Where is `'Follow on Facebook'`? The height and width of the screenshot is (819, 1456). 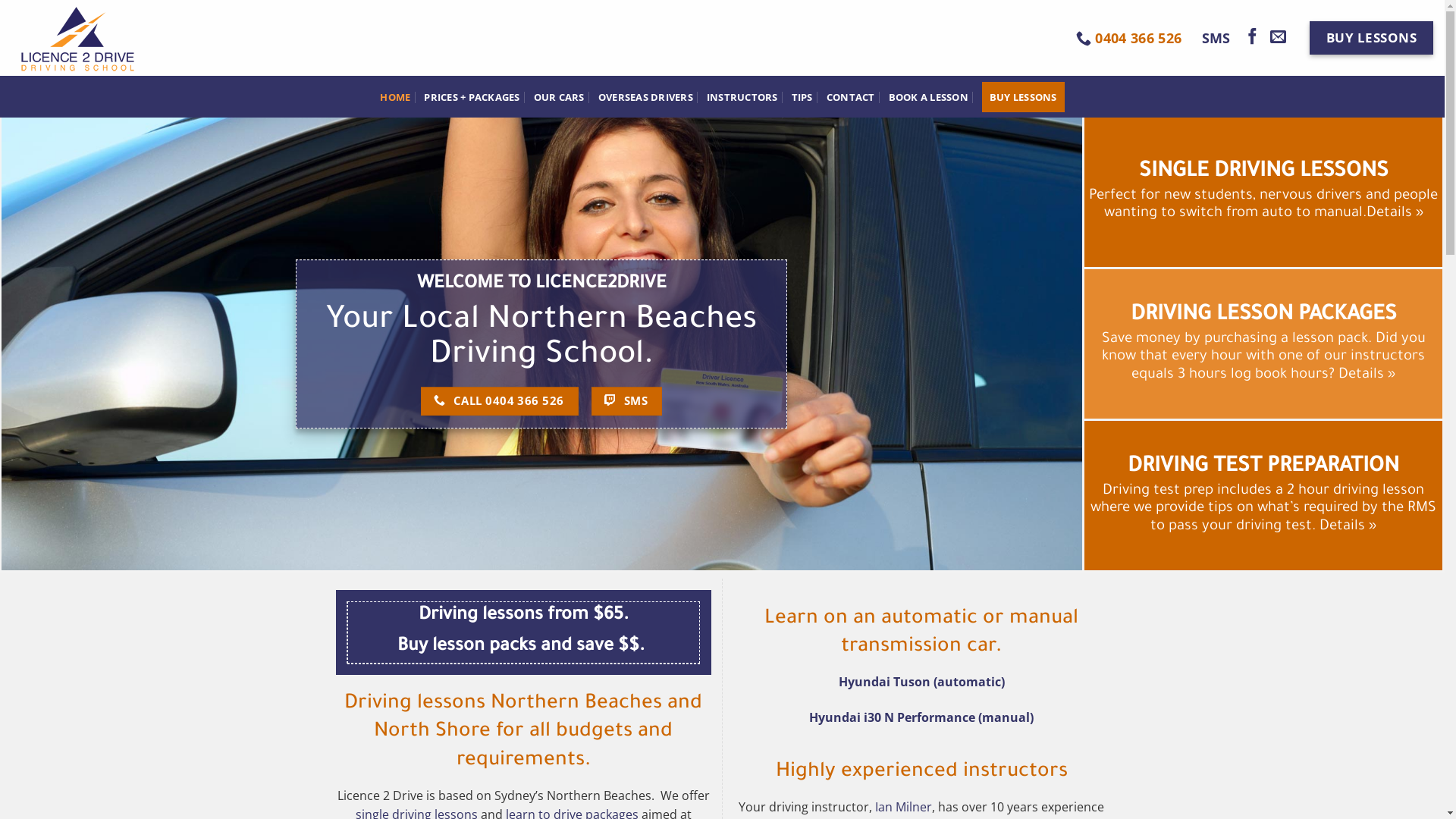 'Follow on Facebook' is located at coordinates (1252, 36).